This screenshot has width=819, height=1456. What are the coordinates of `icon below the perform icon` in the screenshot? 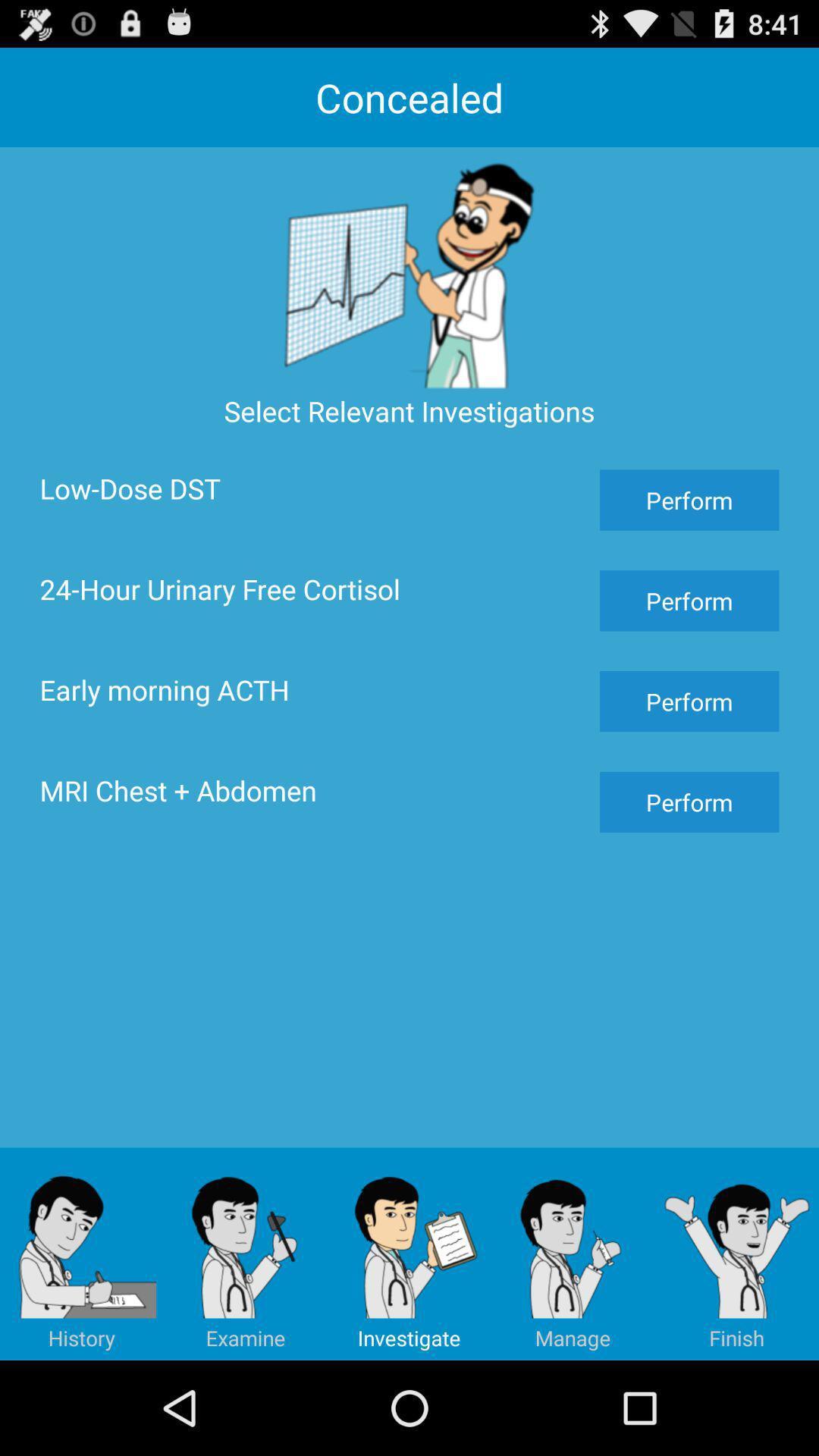 It's located at (736, 1254).